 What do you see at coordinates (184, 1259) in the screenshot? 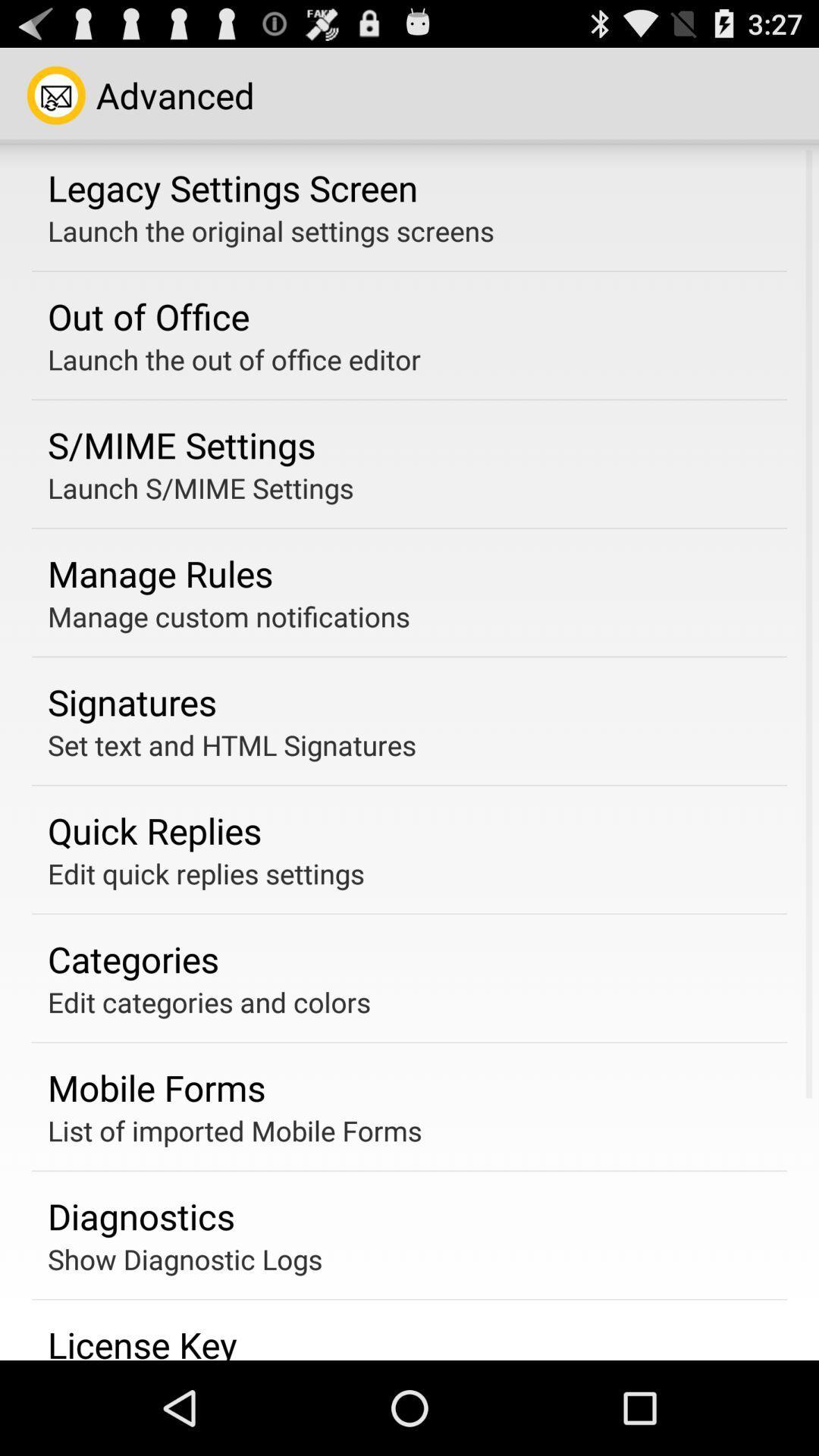
I see `icon below the diagnostics app` at bounding box center [184, 1259].